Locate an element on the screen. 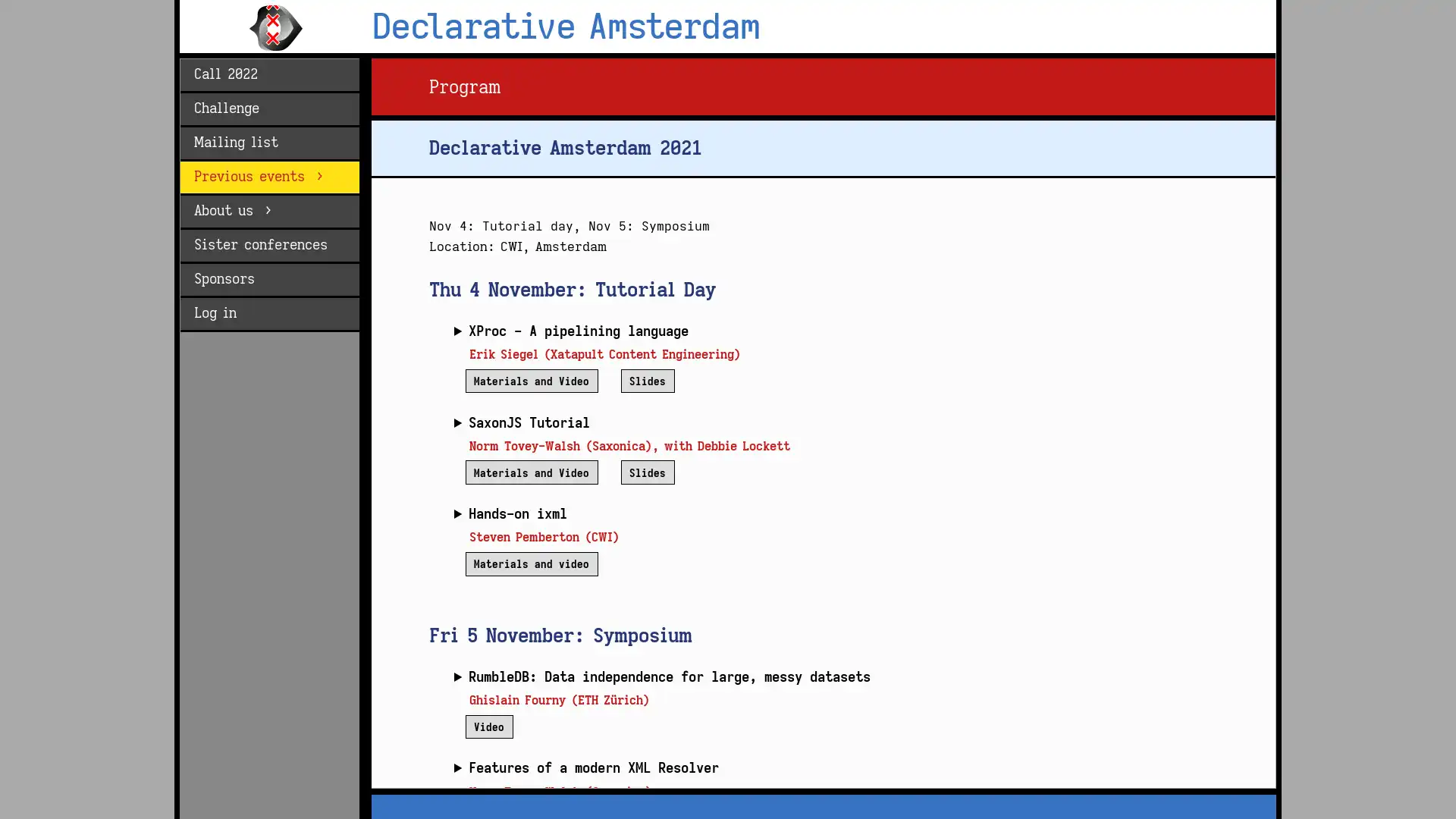 The image size is (1456, 819). Slides is located at coordinates (647, 379).